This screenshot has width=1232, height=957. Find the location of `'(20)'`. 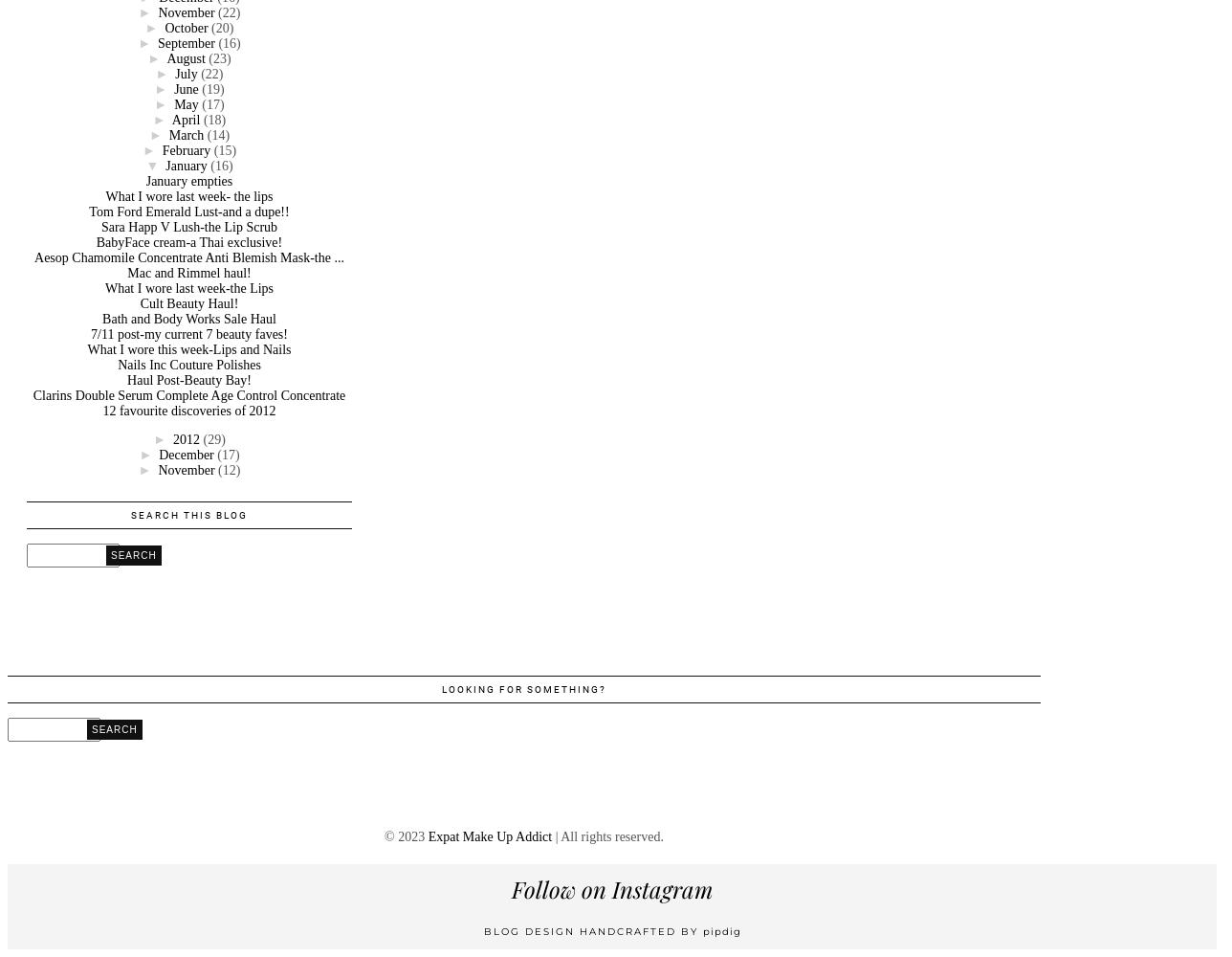

'(20)' is located at coordinates (222, 27).